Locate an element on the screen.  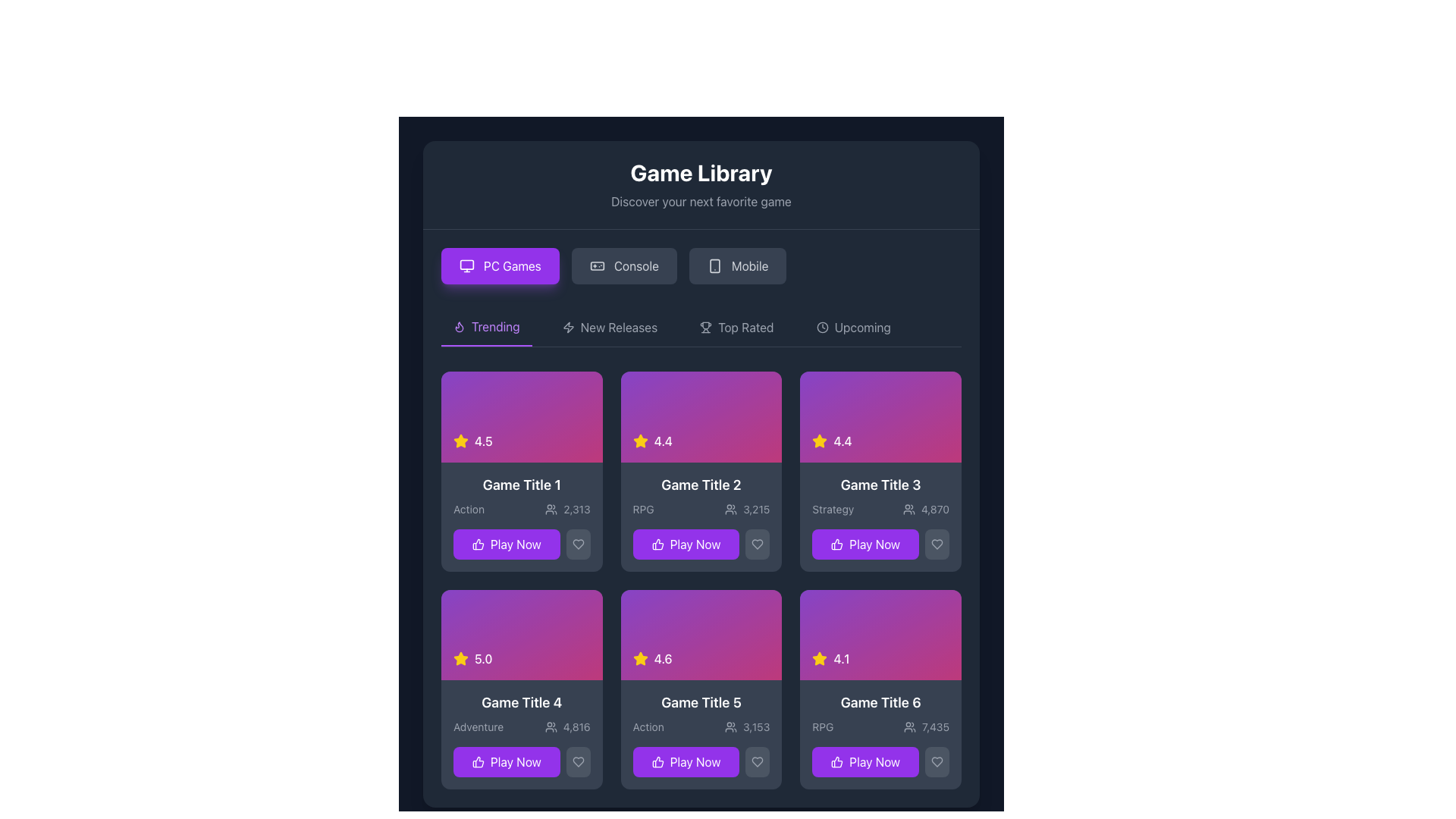
the thumbs-up icon located at the bottom section of the card for 'Game Title 4' is located at coordinates (477, 762).